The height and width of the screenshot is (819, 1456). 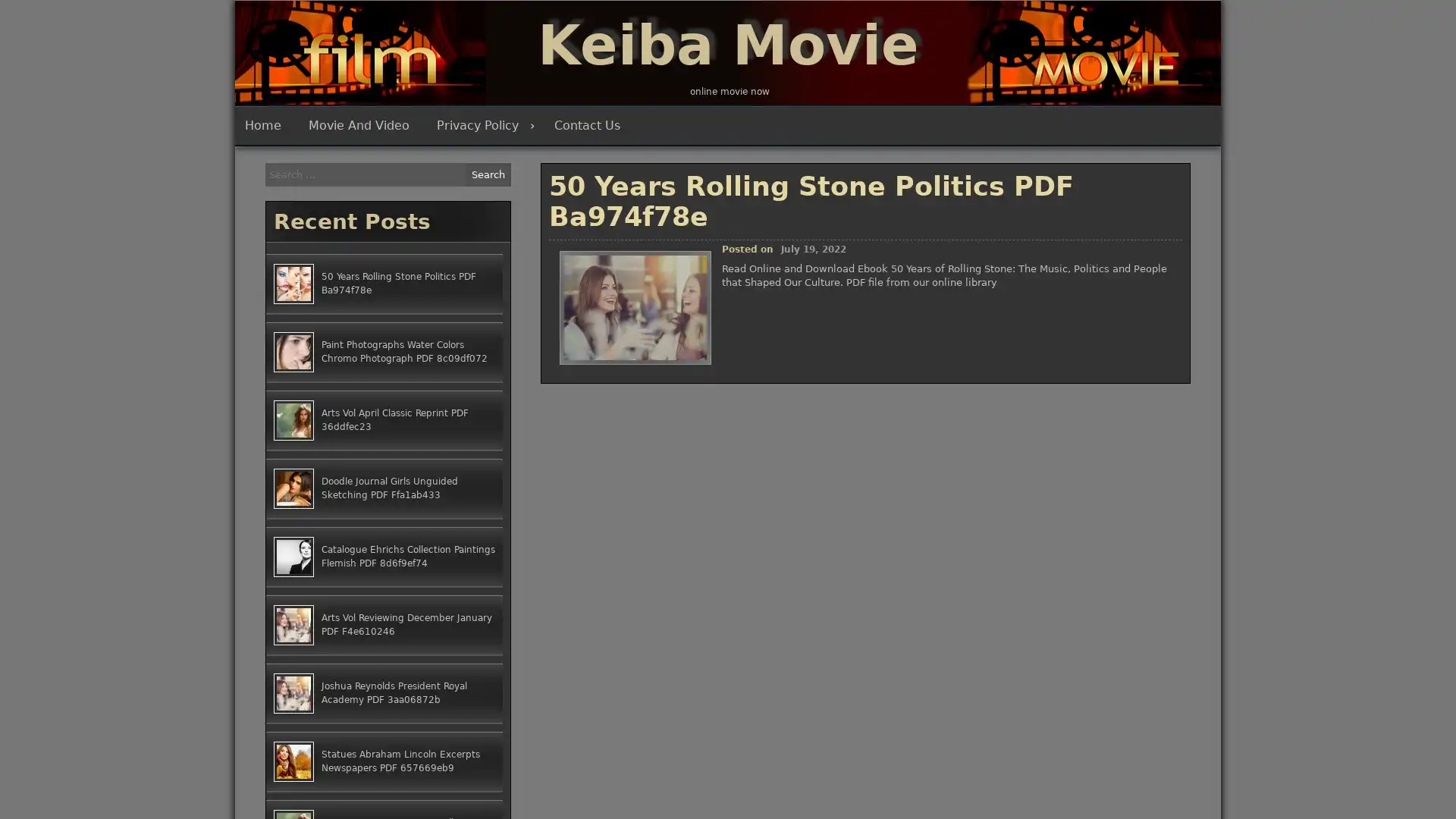 What do you see at coordinates (488, 174) in the screenshot?
I see `Search` at bounding box center [488, 174].